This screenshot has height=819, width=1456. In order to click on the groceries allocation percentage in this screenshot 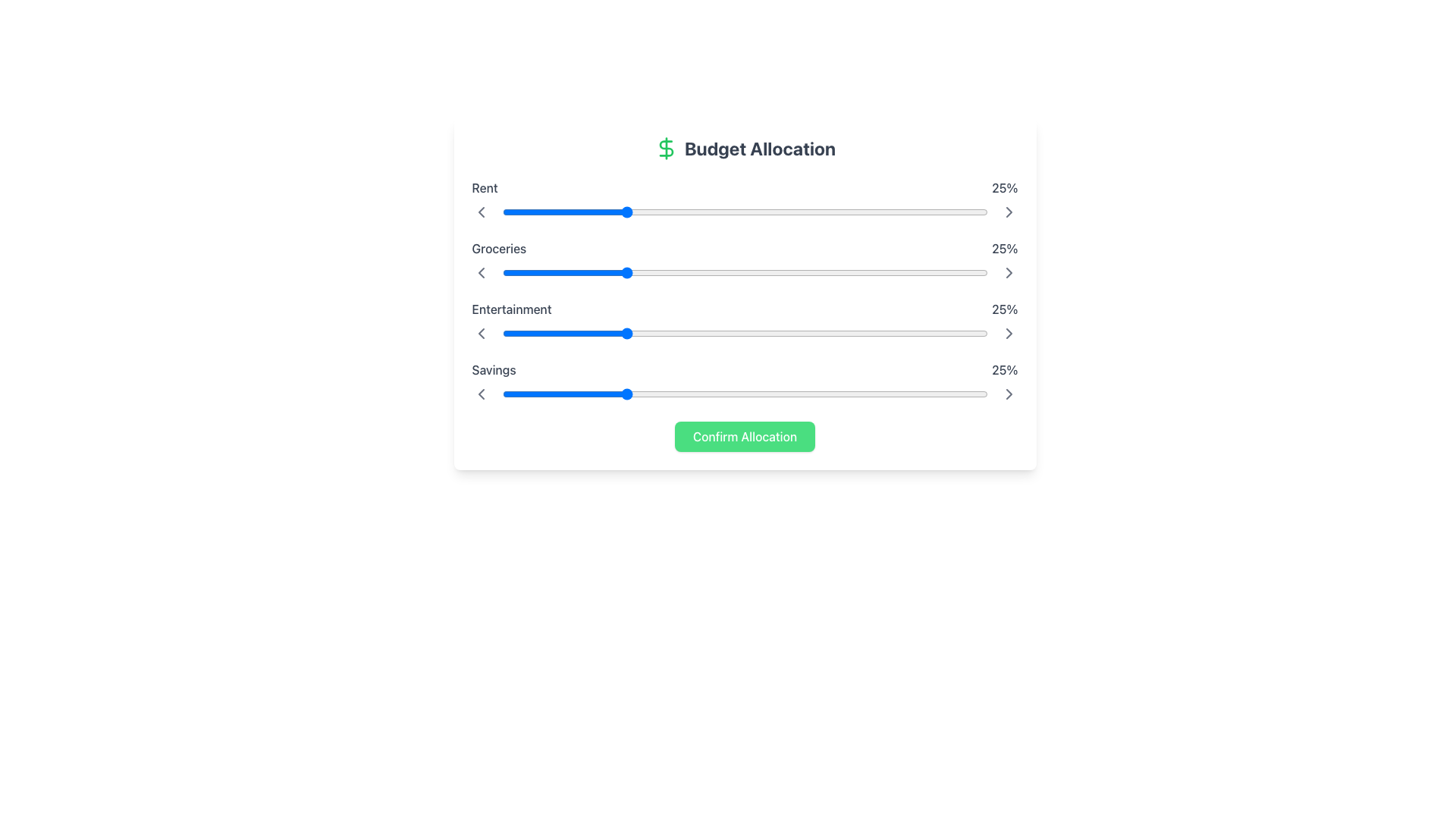, I will do `click(550, 271)`.